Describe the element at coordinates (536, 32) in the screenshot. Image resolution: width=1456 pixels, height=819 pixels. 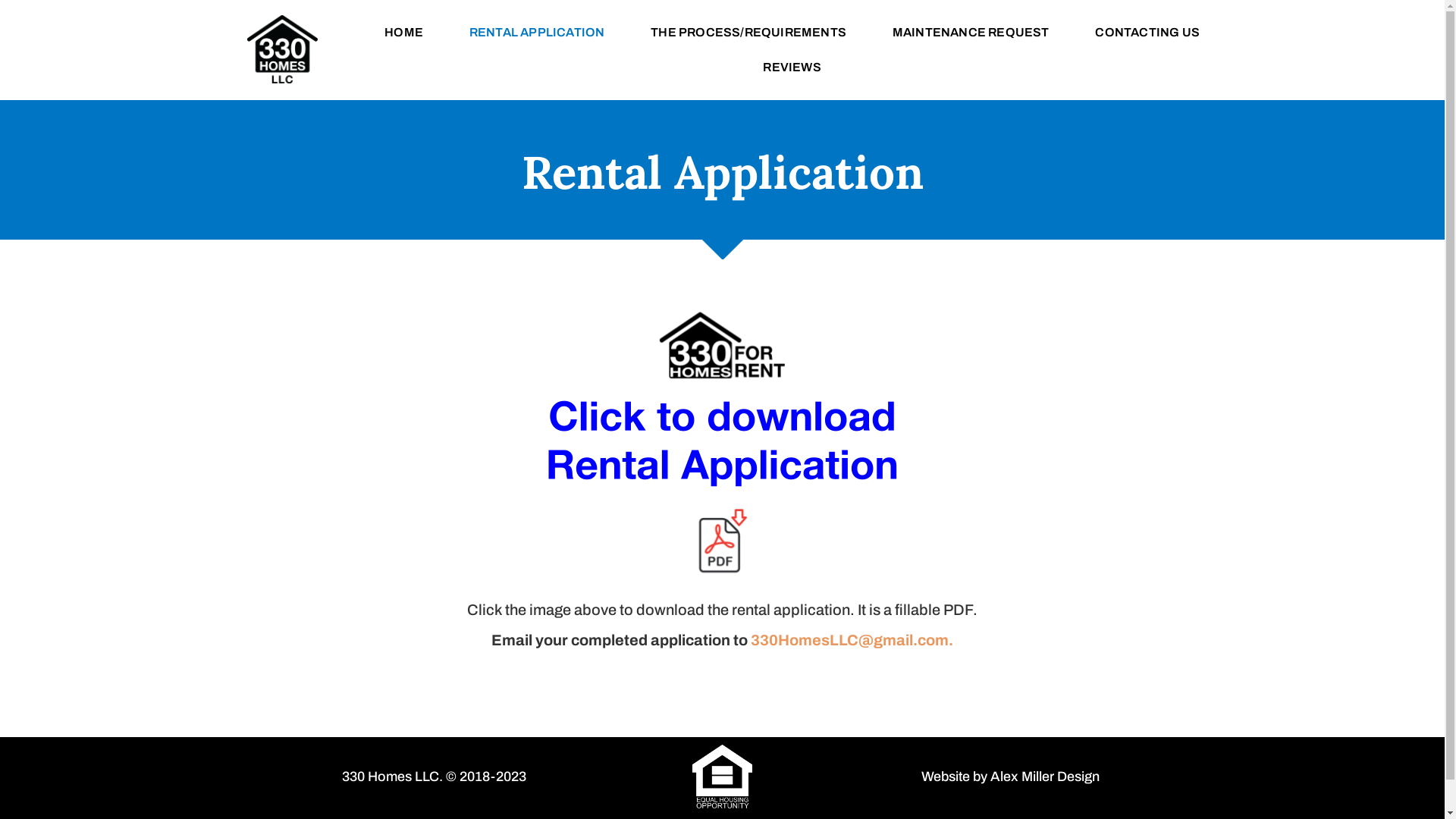
I see `'RENTAL APPLICATION'` at that location.